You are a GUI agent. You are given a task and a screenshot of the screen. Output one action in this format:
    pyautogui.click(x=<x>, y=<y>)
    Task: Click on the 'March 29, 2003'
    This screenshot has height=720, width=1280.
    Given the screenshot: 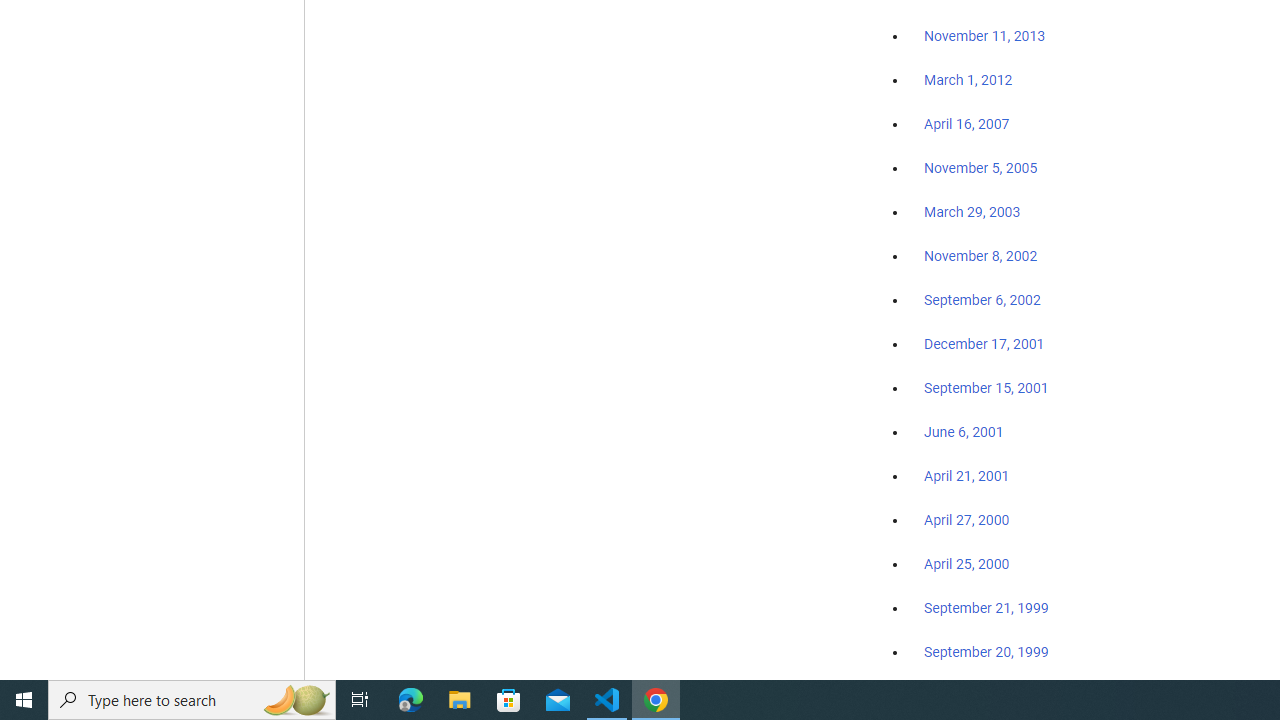 What is the action you would take?
    pyautogui.click(x=972, y=212)
    